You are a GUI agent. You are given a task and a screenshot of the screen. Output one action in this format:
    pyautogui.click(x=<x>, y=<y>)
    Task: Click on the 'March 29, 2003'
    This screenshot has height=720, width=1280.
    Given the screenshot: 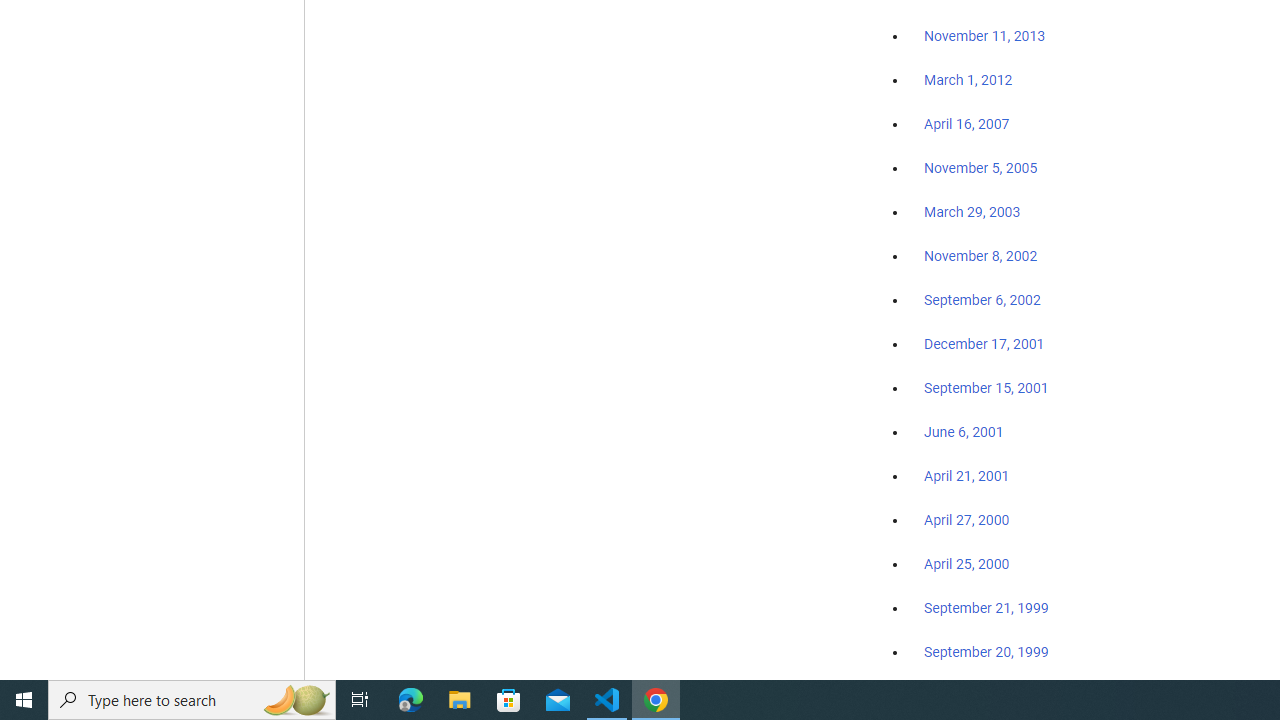 What is the action you would take?
    pyautogui.click(x=972, y=212)
    